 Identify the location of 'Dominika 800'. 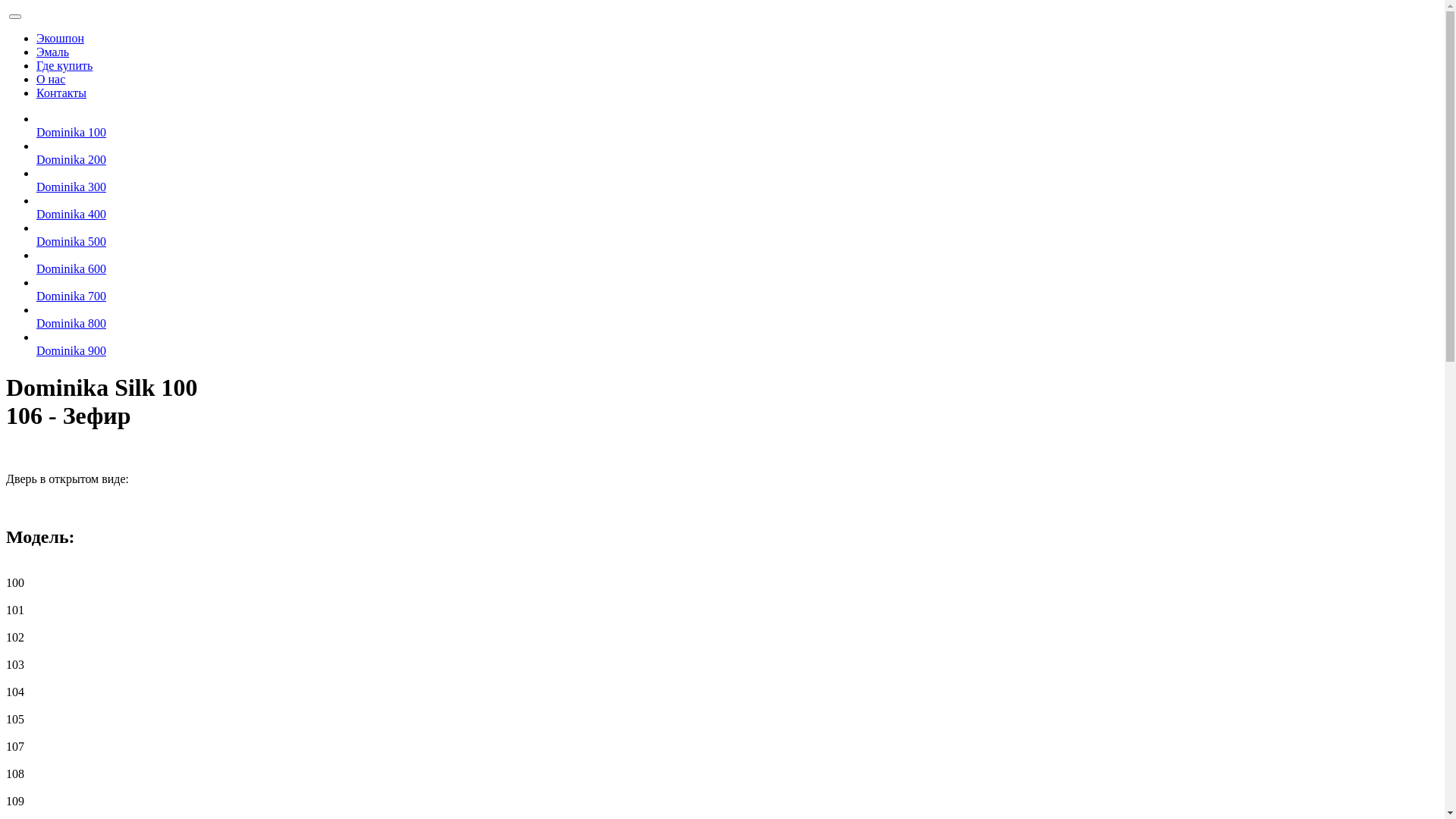
(36, 322).